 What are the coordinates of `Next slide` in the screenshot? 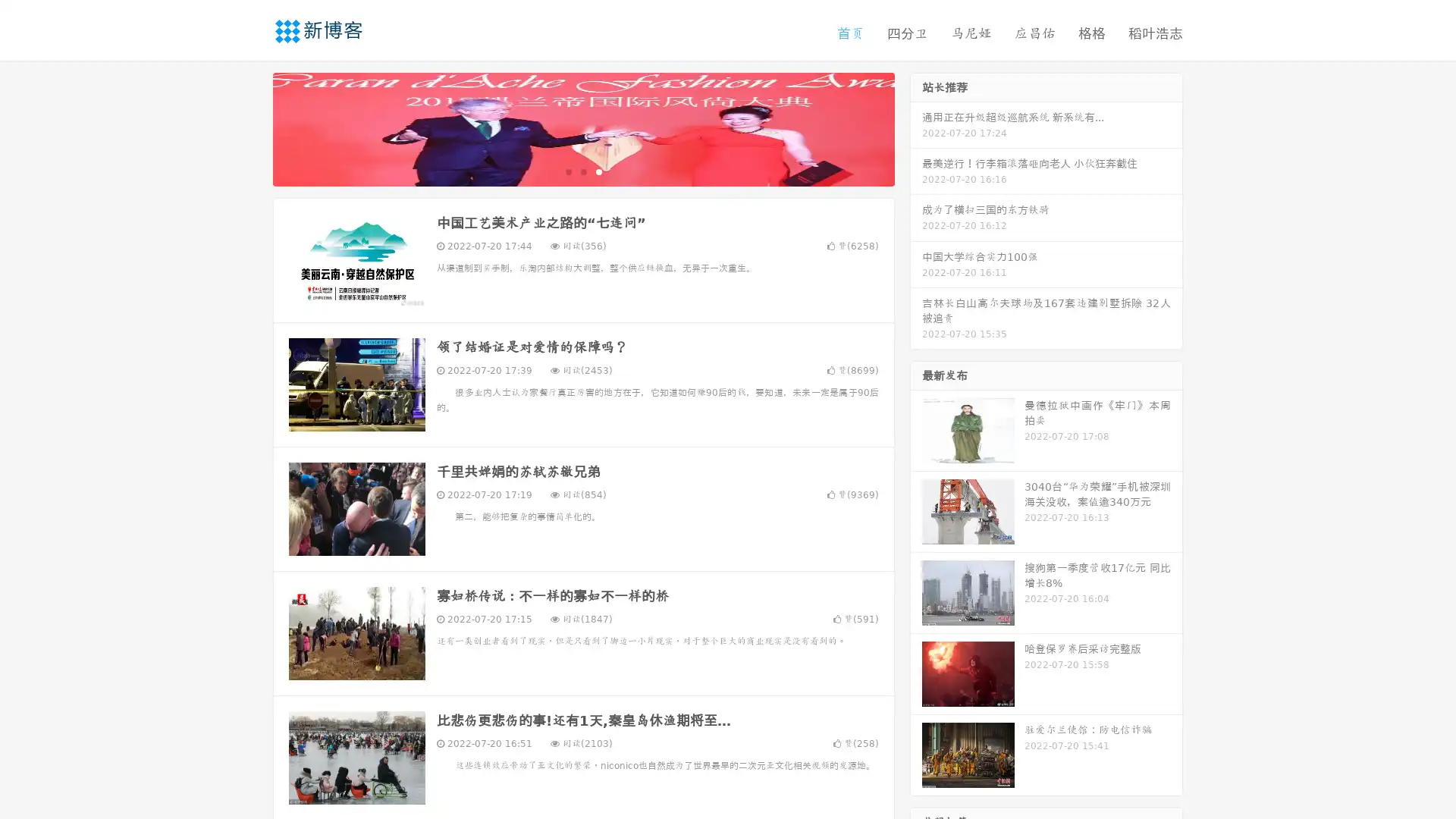 It's located at (916, 127).